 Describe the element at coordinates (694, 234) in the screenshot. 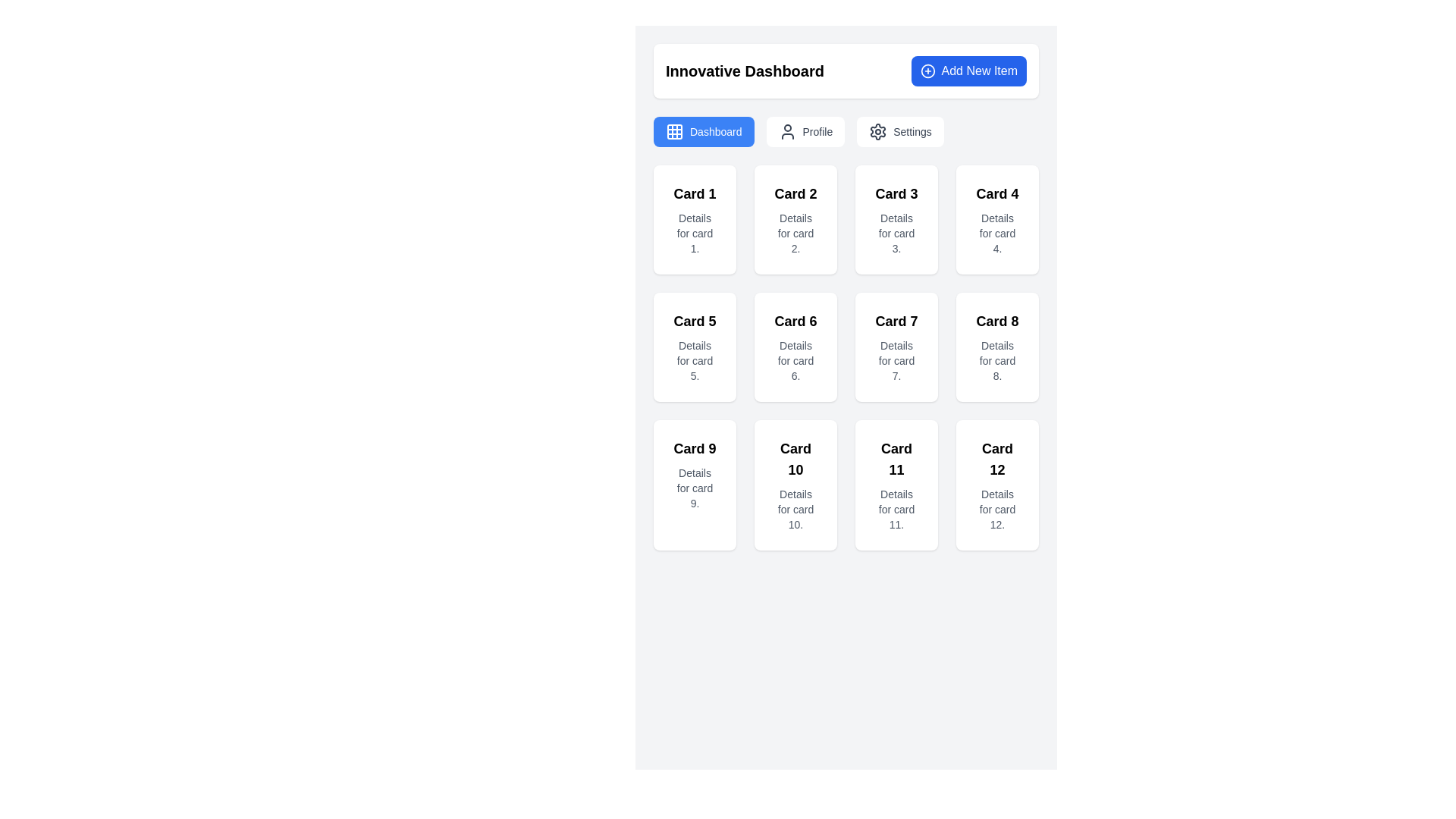

I see `the descriptive text located below the title 'Card 1' within the card in the top-left corner of the grid layout` at that location.